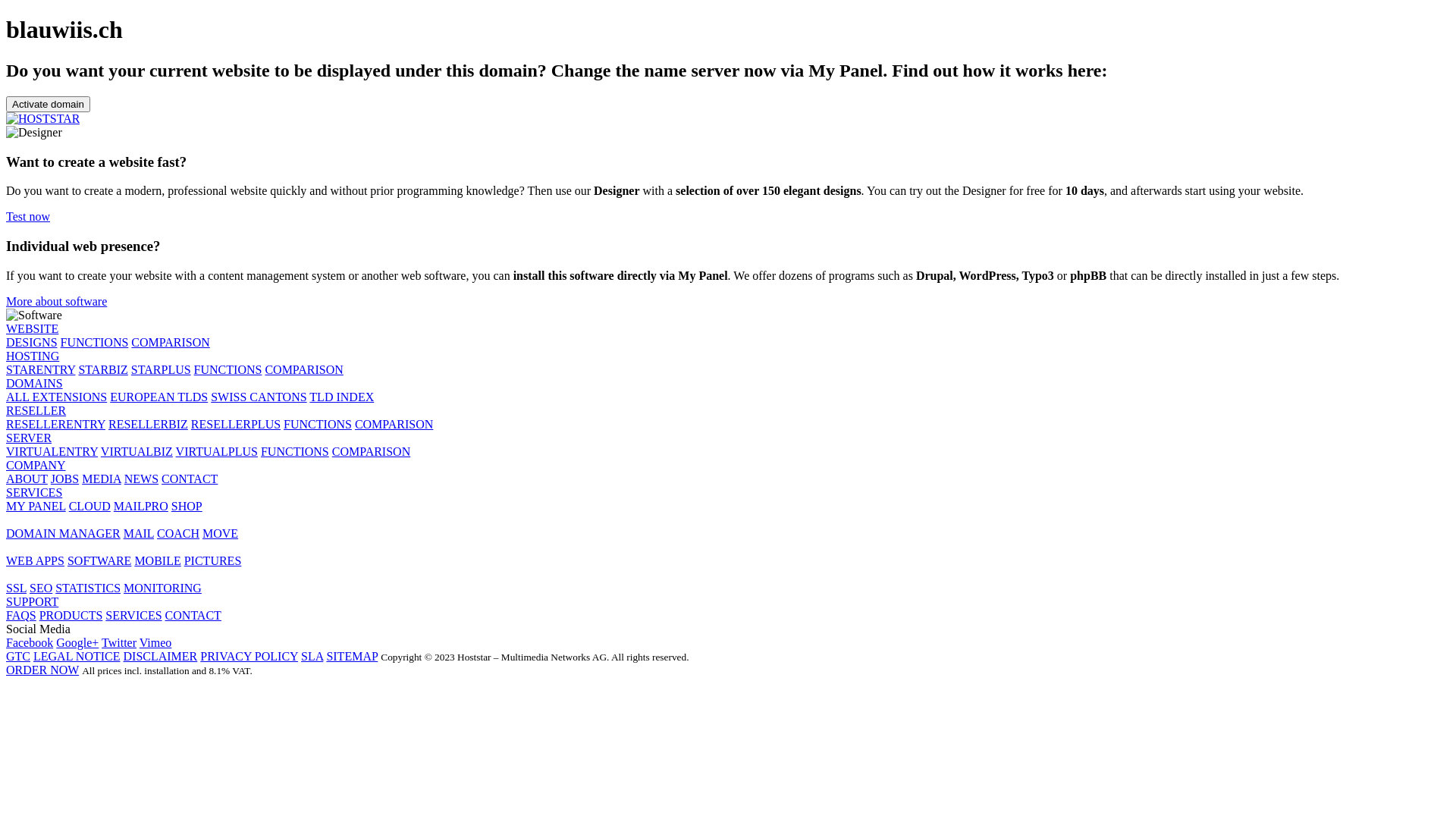 The width and height of the screenshot is (1456, 819). Describe the element at coordinates (258, 396) in the screenshot. I see `'SWISS CANTONS'` at that location.